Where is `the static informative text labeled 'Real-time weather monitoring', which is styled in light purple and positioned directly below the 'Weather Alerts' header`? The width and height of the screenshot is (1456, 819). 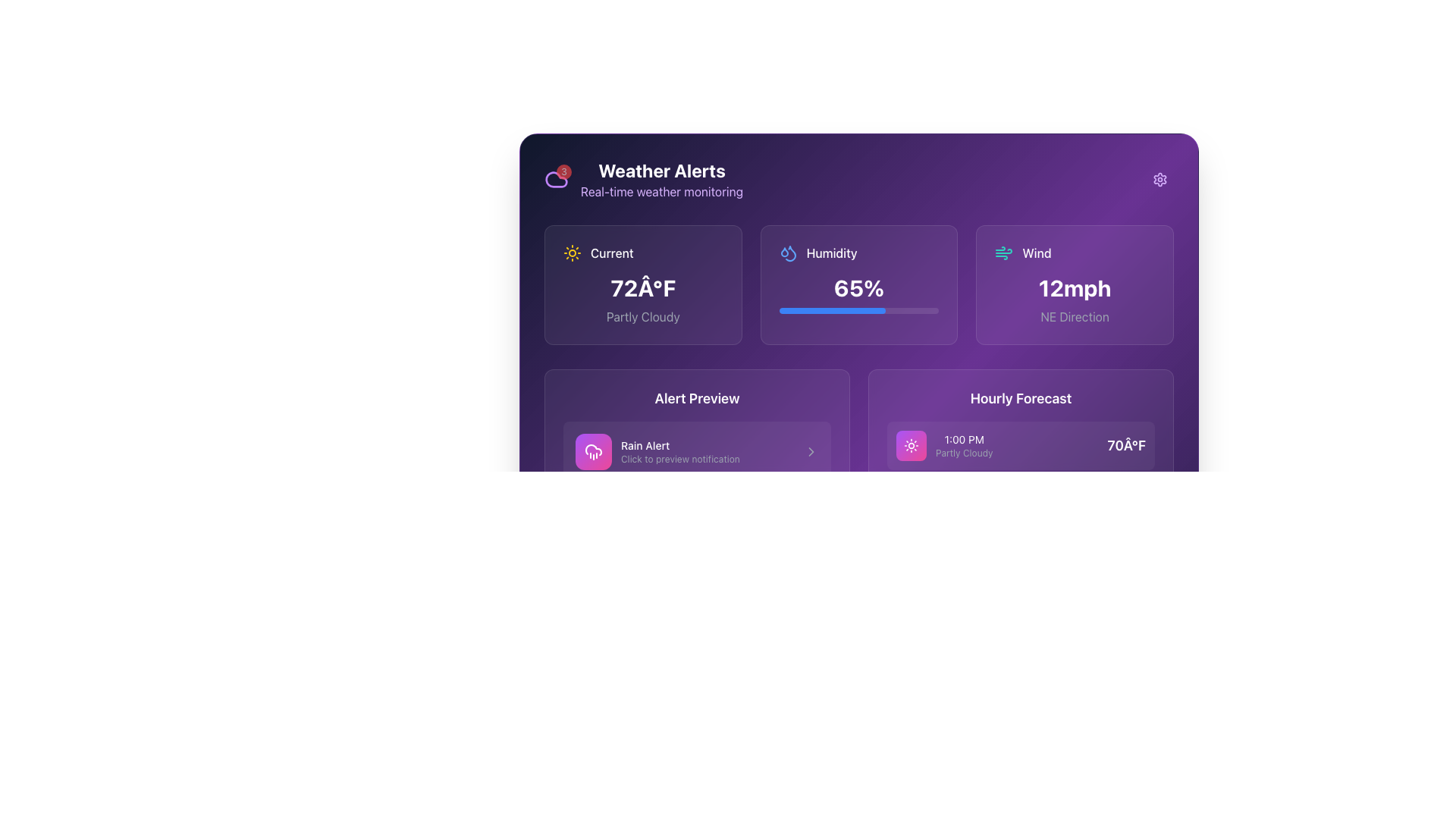 the static informative text labeled 'Real-time weather monitoring', which is styled in light purple and positioned directly below the 'Weather Alerts' header is located at coordinates (662, 191).